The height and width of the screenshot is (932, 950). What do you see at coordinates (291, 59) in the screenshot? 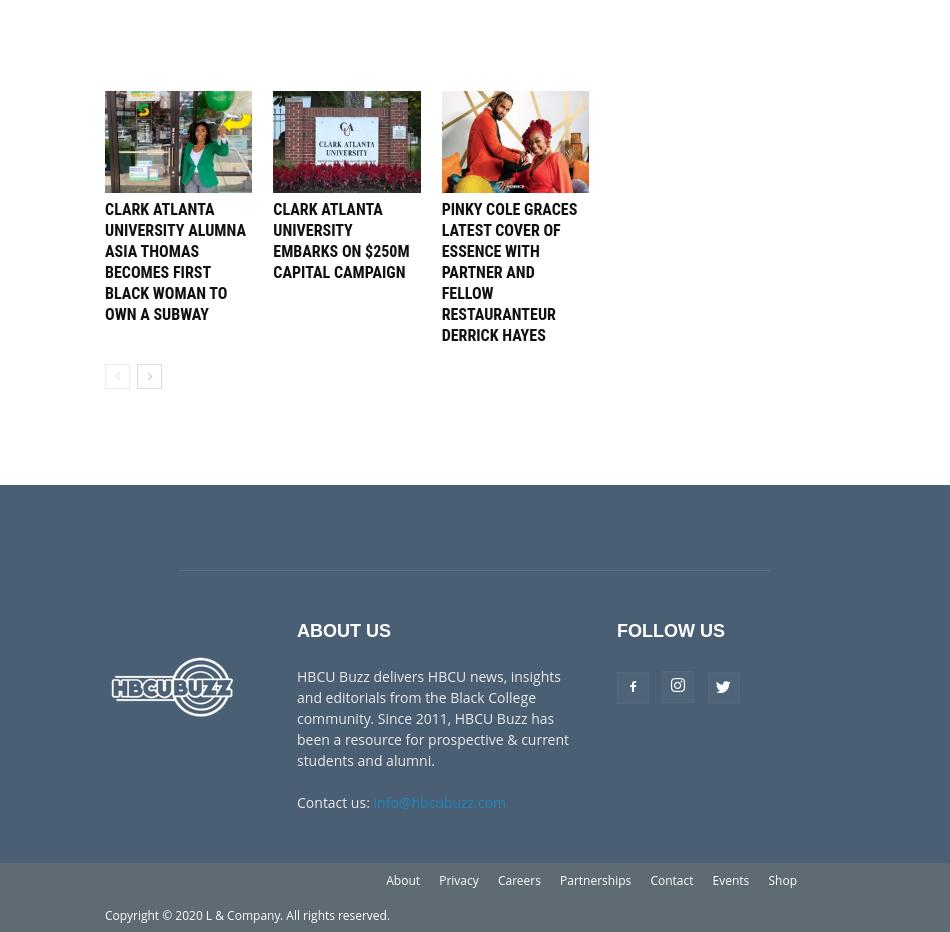
I see `'MORE FROM AUTHOR'` at bounding box center [291, 59].